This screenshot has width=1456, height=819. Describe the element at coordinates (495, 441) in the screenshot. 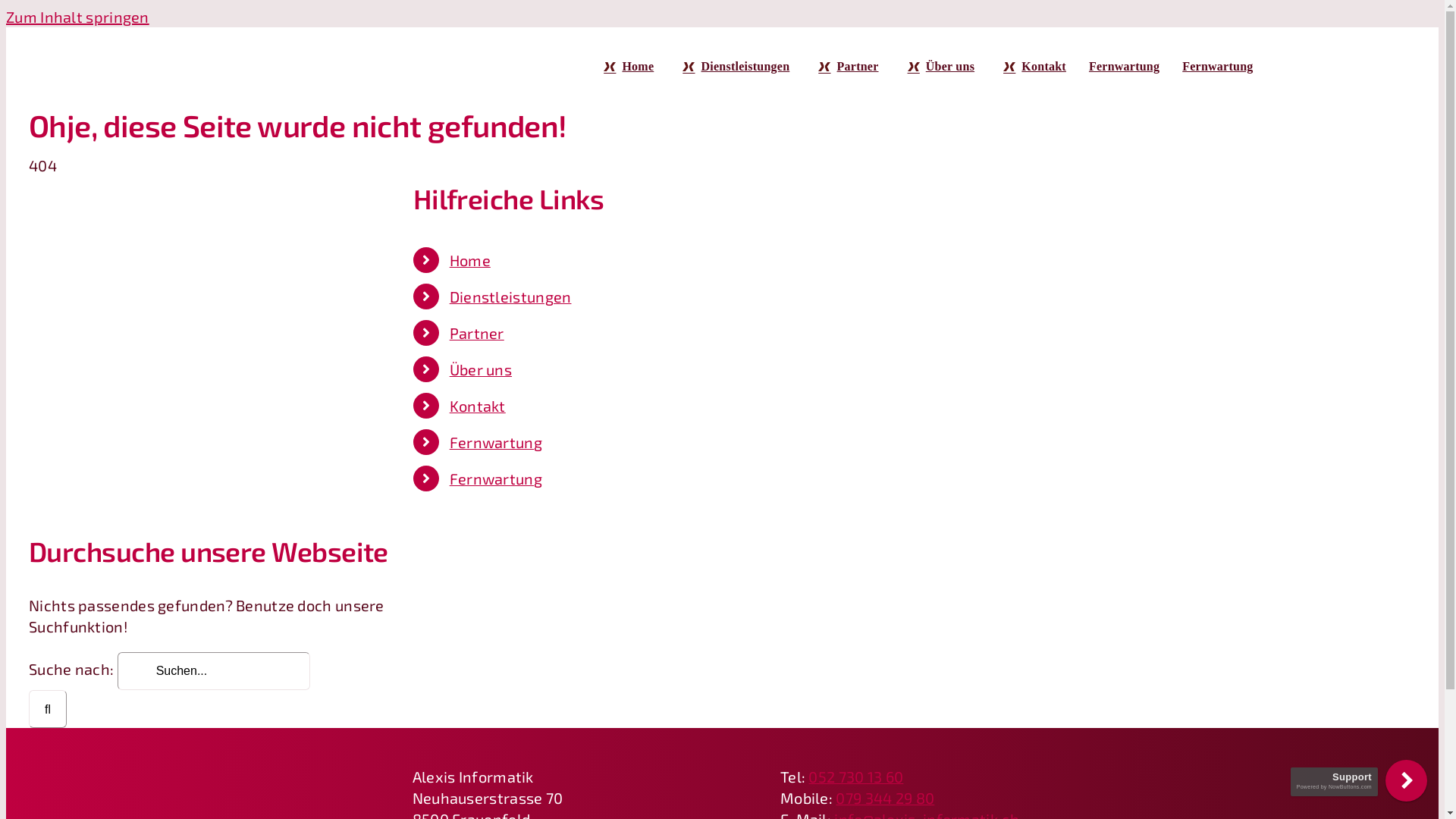

I see `'Fernwartung'` at that location.